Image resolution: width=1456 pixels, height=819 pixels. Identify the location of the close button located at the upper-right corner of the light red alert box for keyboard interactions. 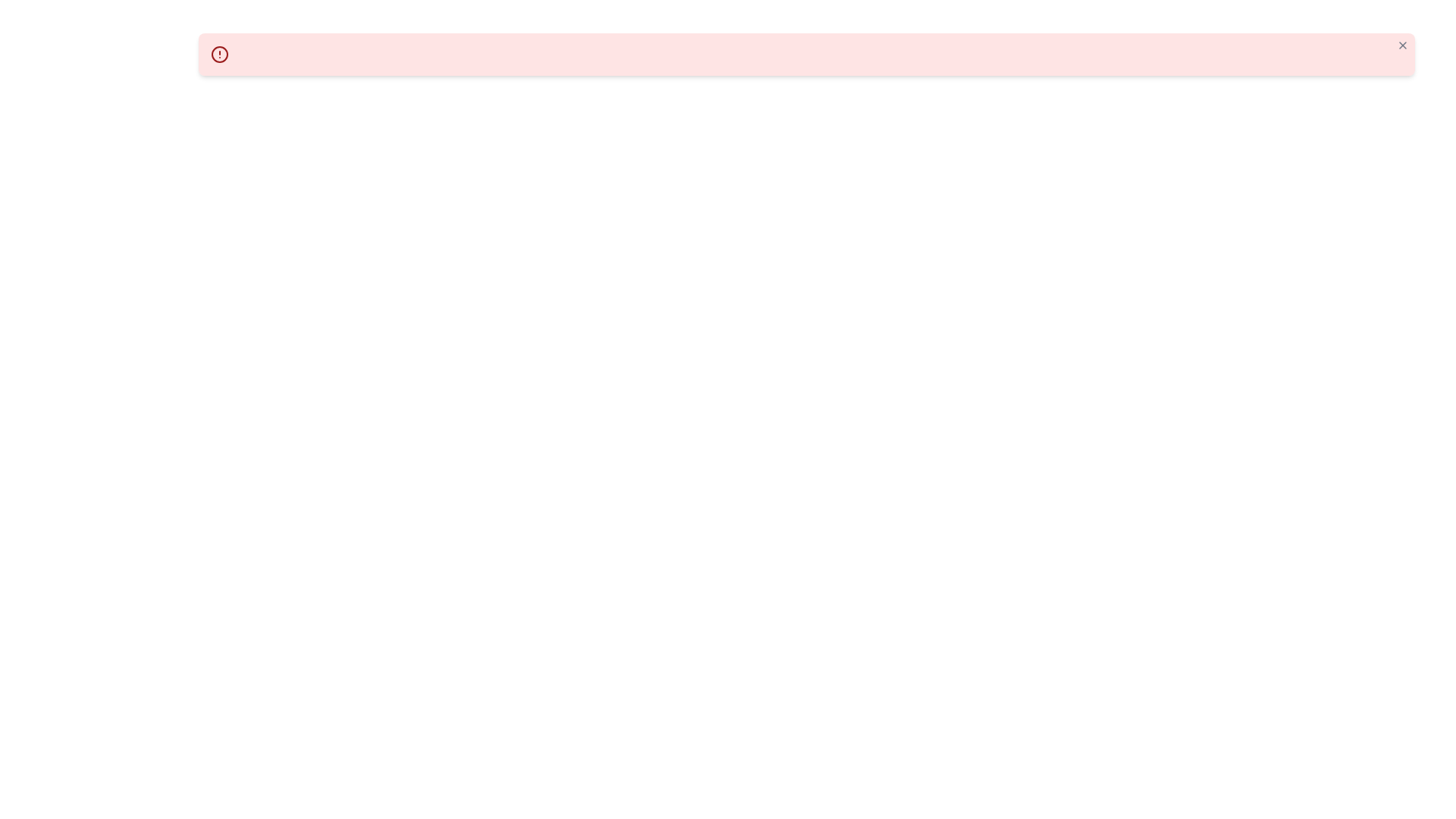
(1401, 45).